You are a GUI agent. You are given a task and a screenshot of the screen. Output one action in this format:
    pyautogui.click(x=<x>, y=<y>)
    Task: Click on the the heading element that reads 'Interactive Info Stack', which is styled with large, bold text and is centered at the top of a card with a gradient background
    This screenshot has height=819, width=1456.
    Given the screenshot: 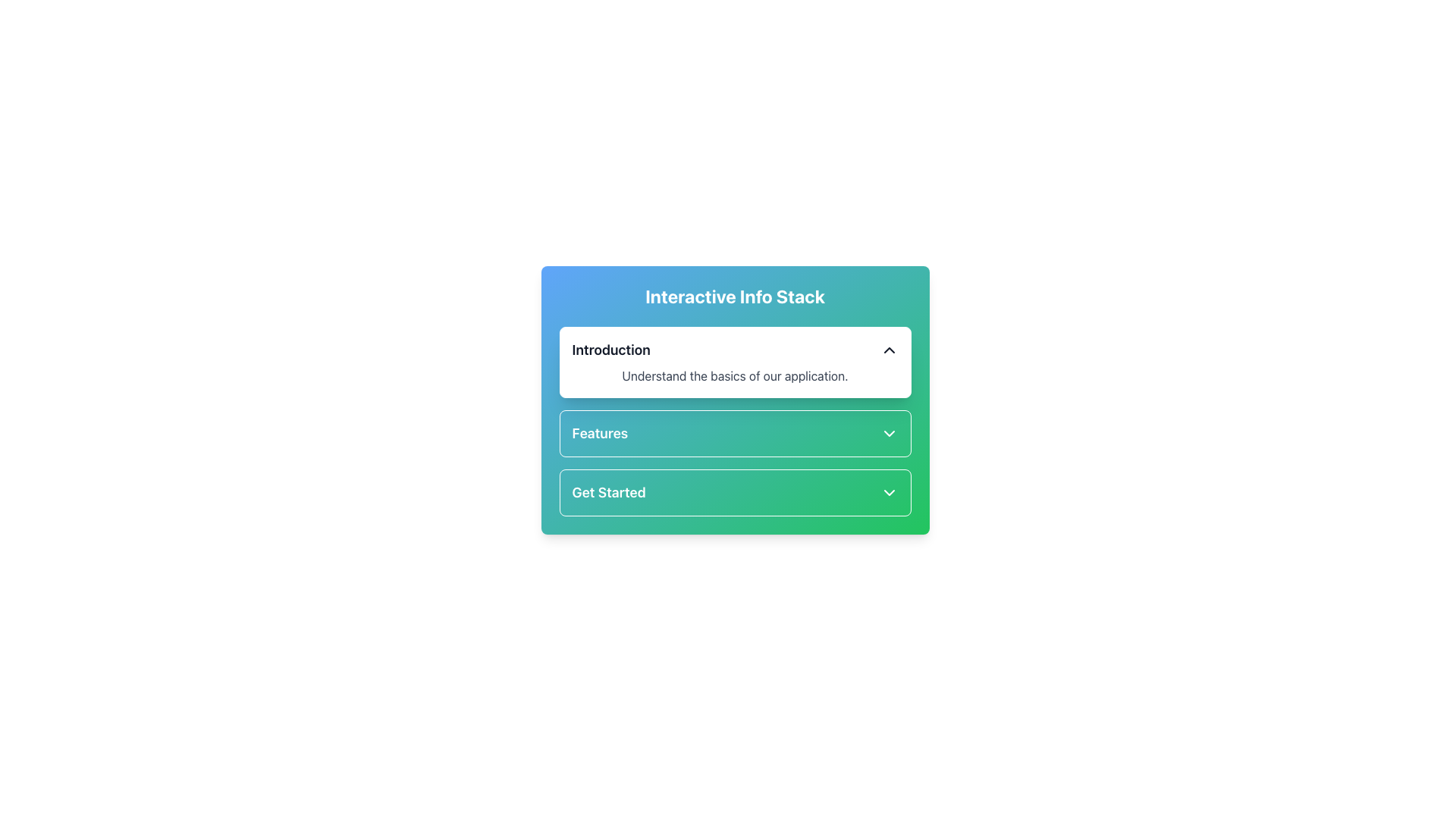 What is the action you would take?
    pyautogui.click(x=735, y=296)
    